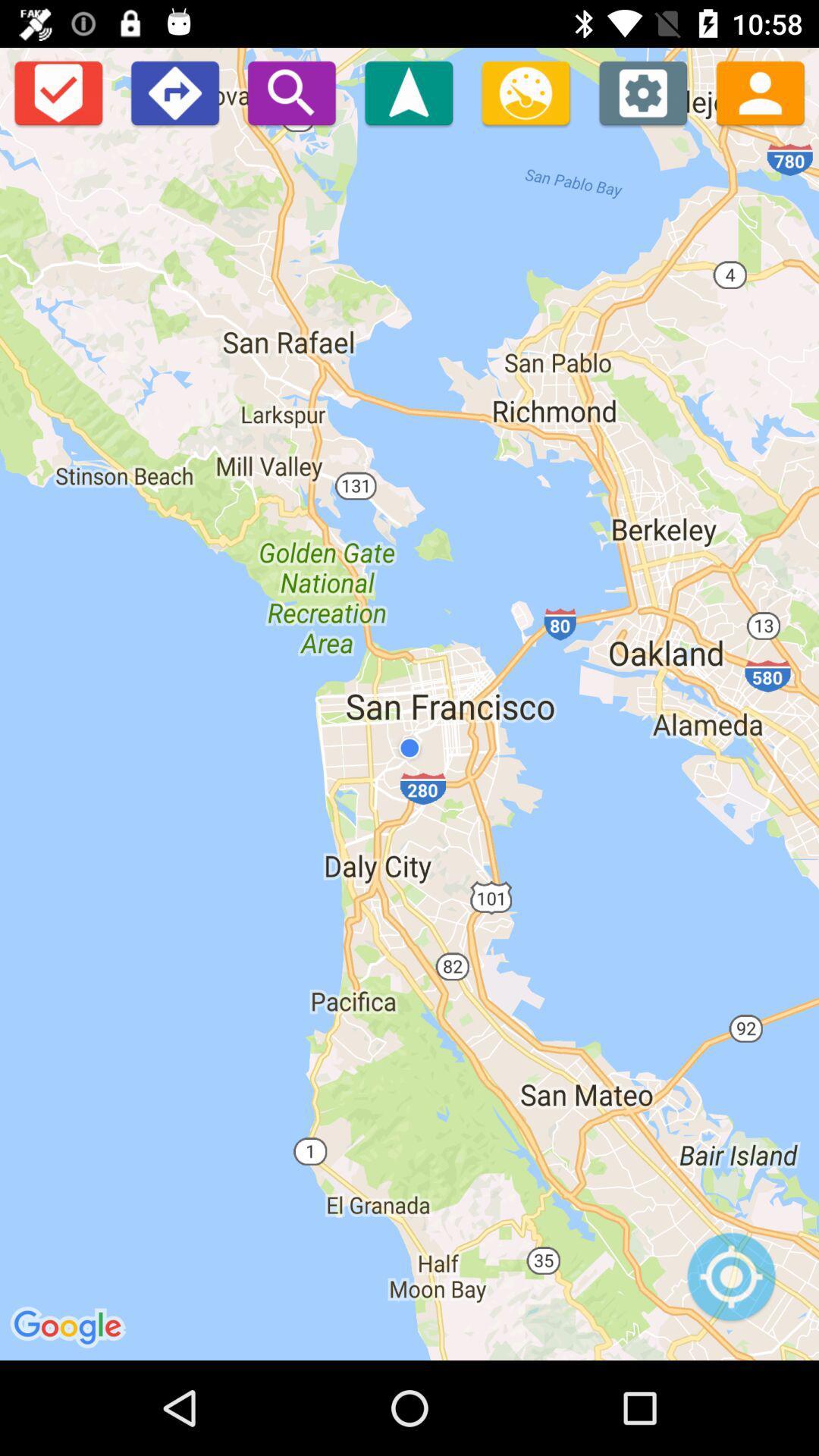  Describe the element at coordinates (408, 92) in the screenshot. I see `go to` at that location.